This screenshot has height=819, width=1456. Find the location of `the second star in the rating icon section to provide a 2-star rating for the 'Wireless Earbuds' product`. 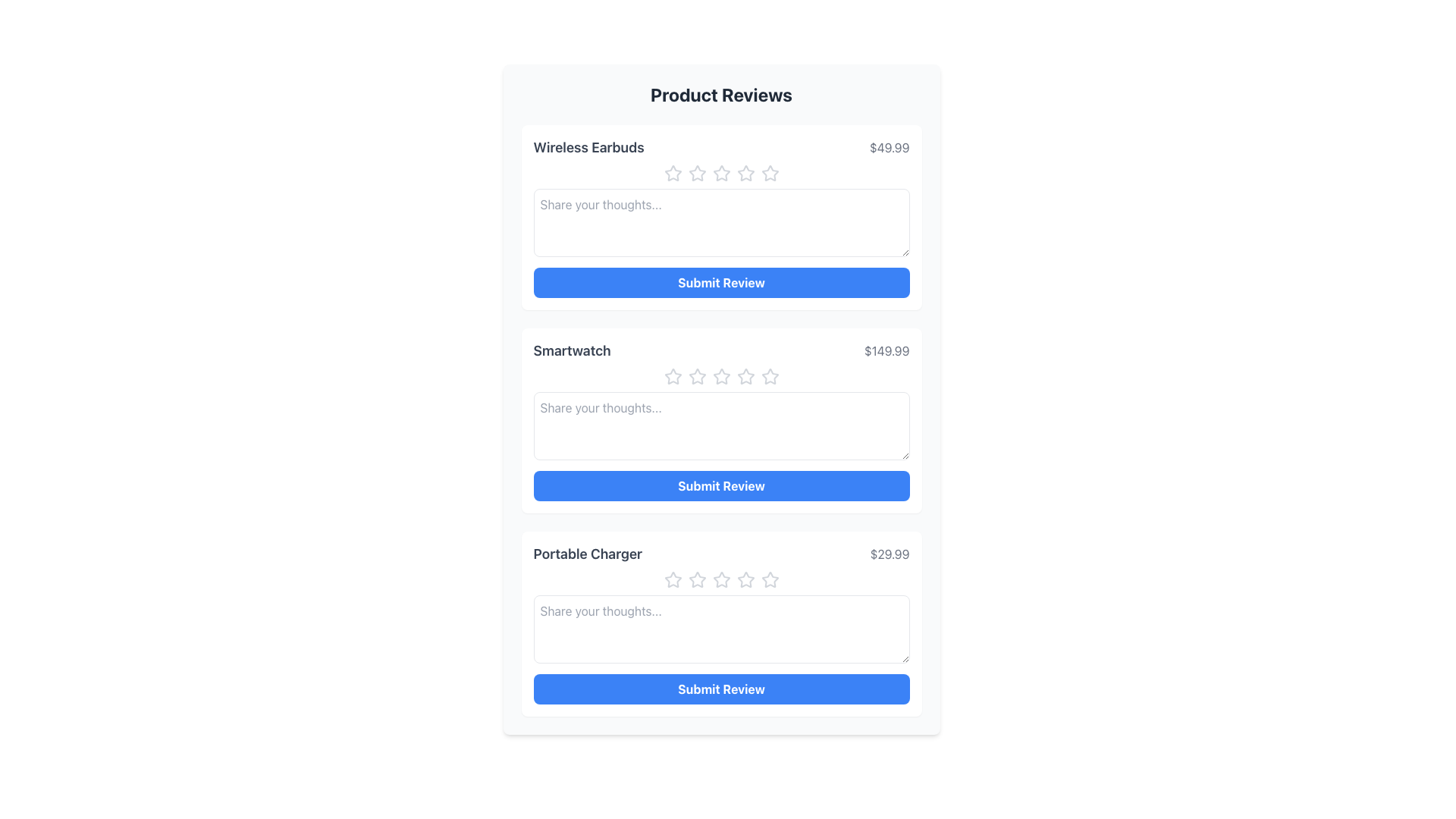

the second star in the rating icon section to provide a 2-star rating for the 'Wireless Earbuds' product is located at coordinates (696, 172).